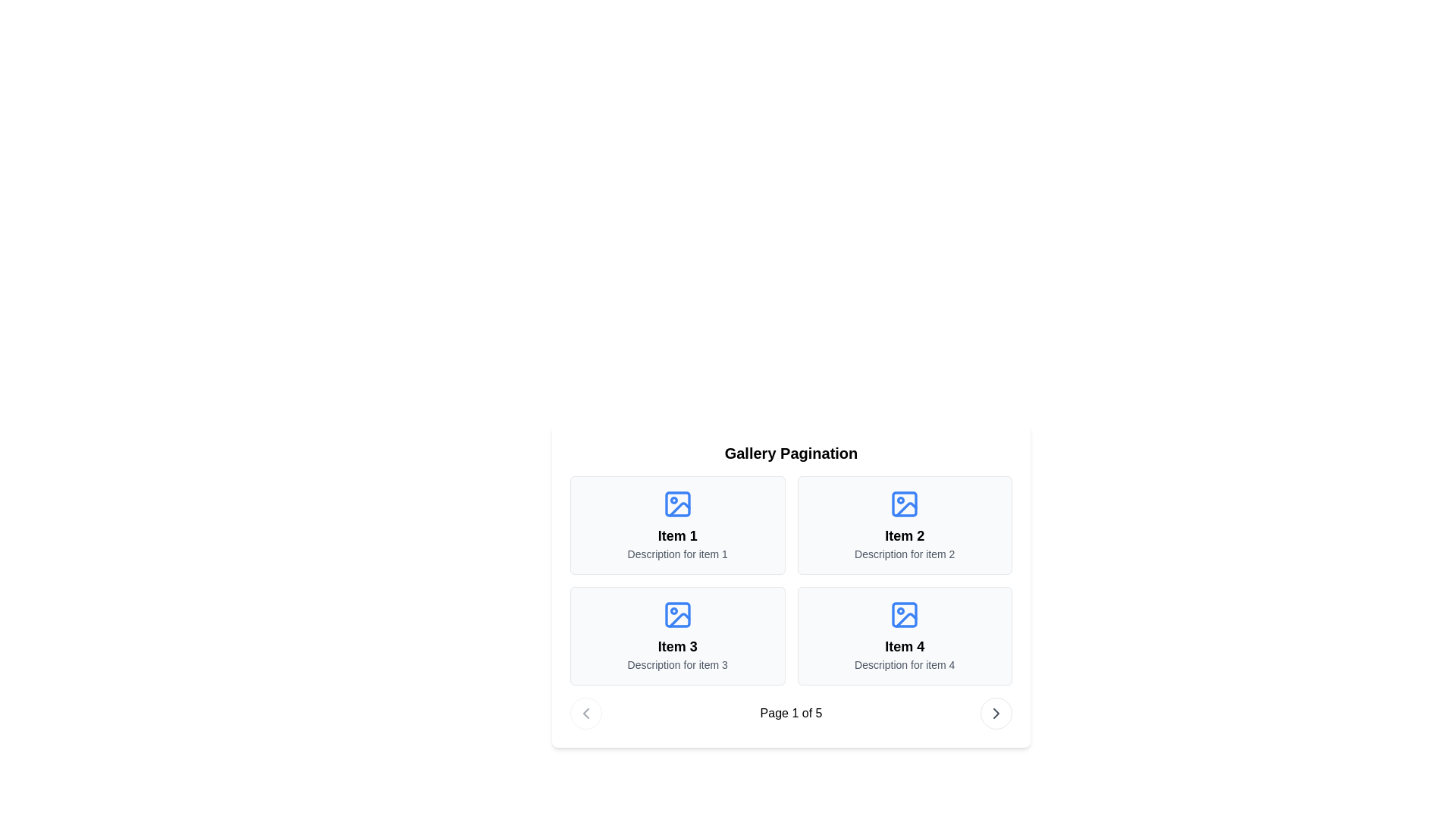 This screenshot has height=819, width=1456. Describe the element at coordinates (585, 714) in the screenshot. I see `the left navigation button with an SVG icon at the bottom-left corner of the gallery pagination` at that location.